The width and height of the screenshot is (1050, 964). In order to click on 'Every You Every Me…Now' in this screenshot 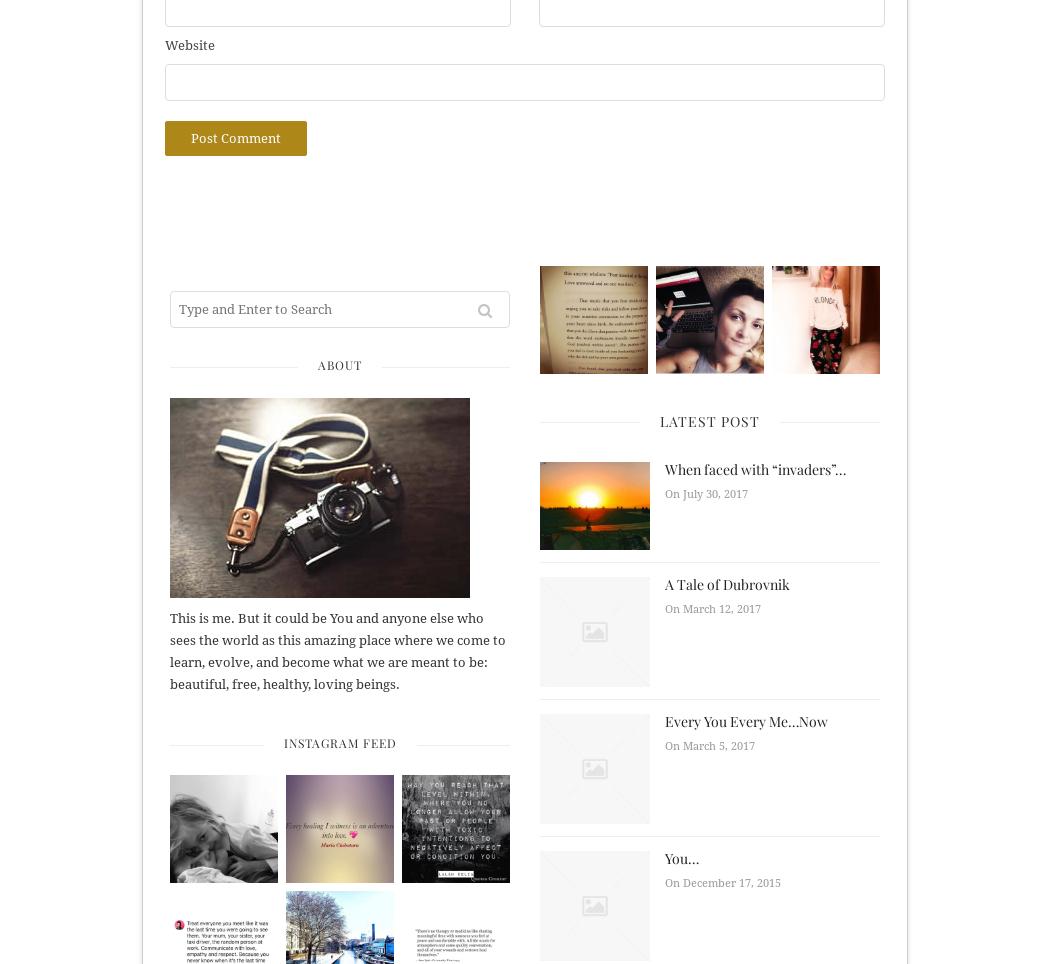, I will do `click(745, 720)`.